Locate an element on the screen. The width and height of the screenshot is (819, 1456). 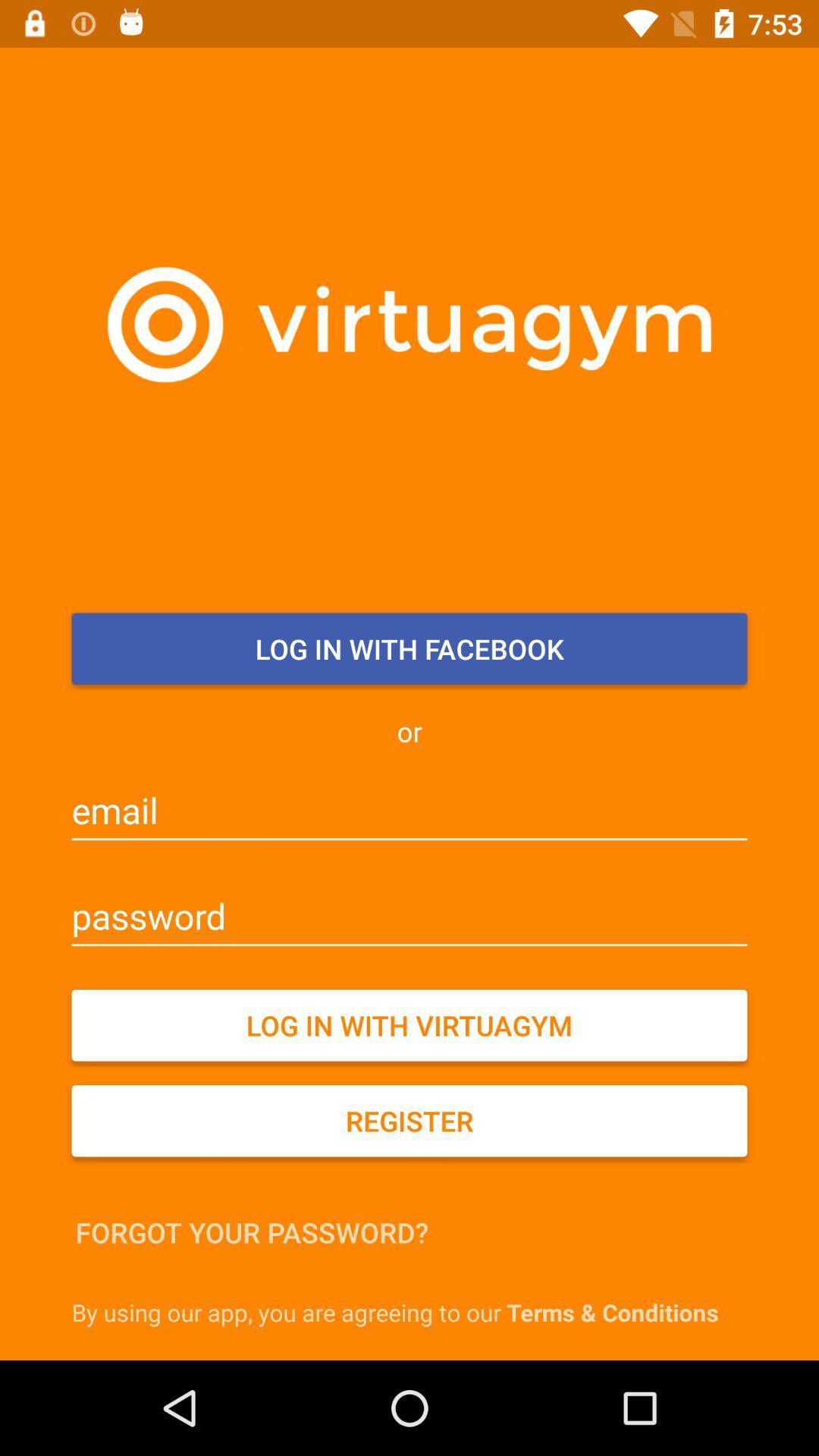
item below log in with is located at coordinates (409, 1121).